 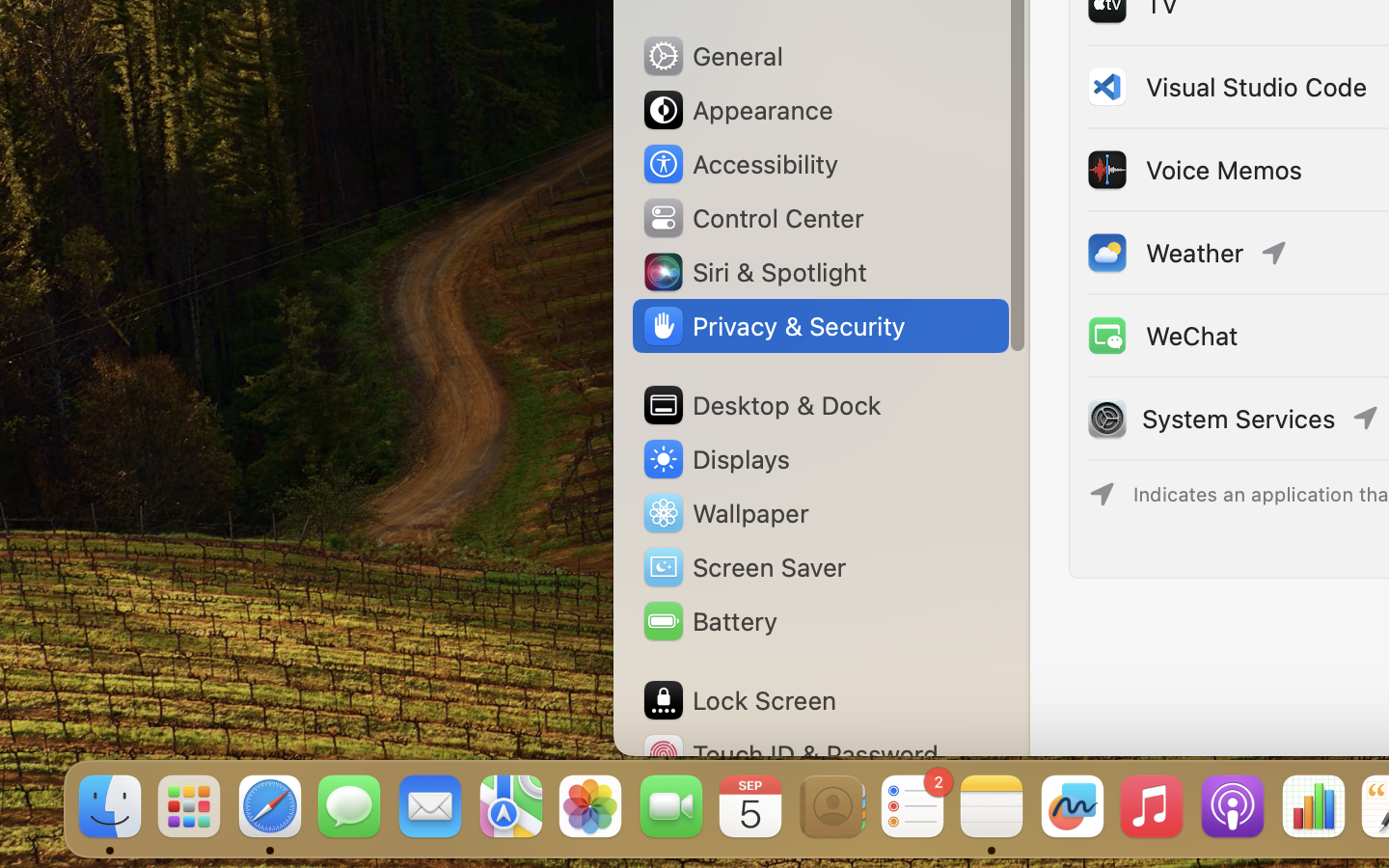 What do you see at coordinates (707, 621) in the screenshot?
I see `'Battery'` at bounding box center [707, 621].